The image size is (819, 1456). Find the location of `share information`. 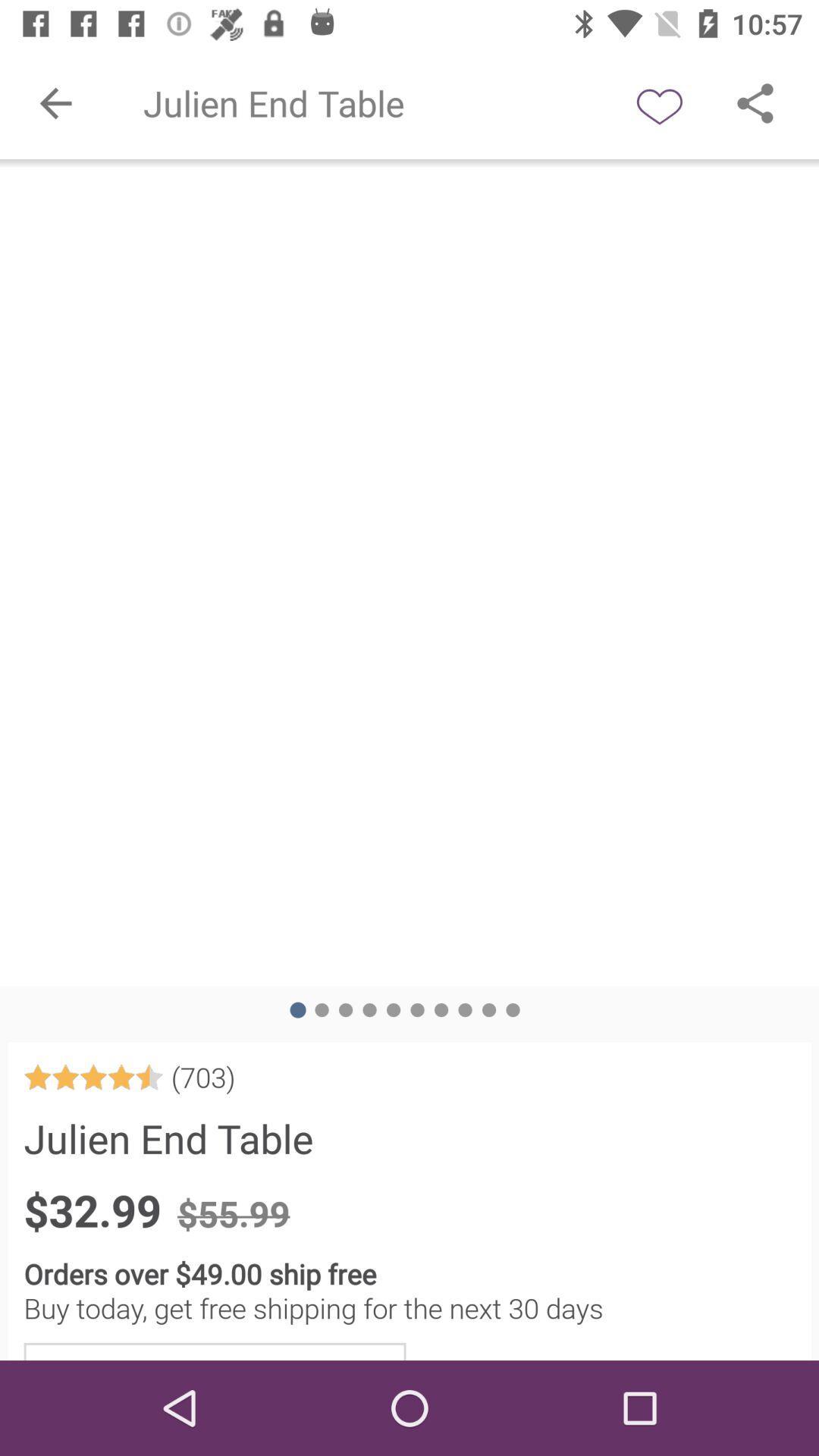

share information is located at coordinates (755, 102).